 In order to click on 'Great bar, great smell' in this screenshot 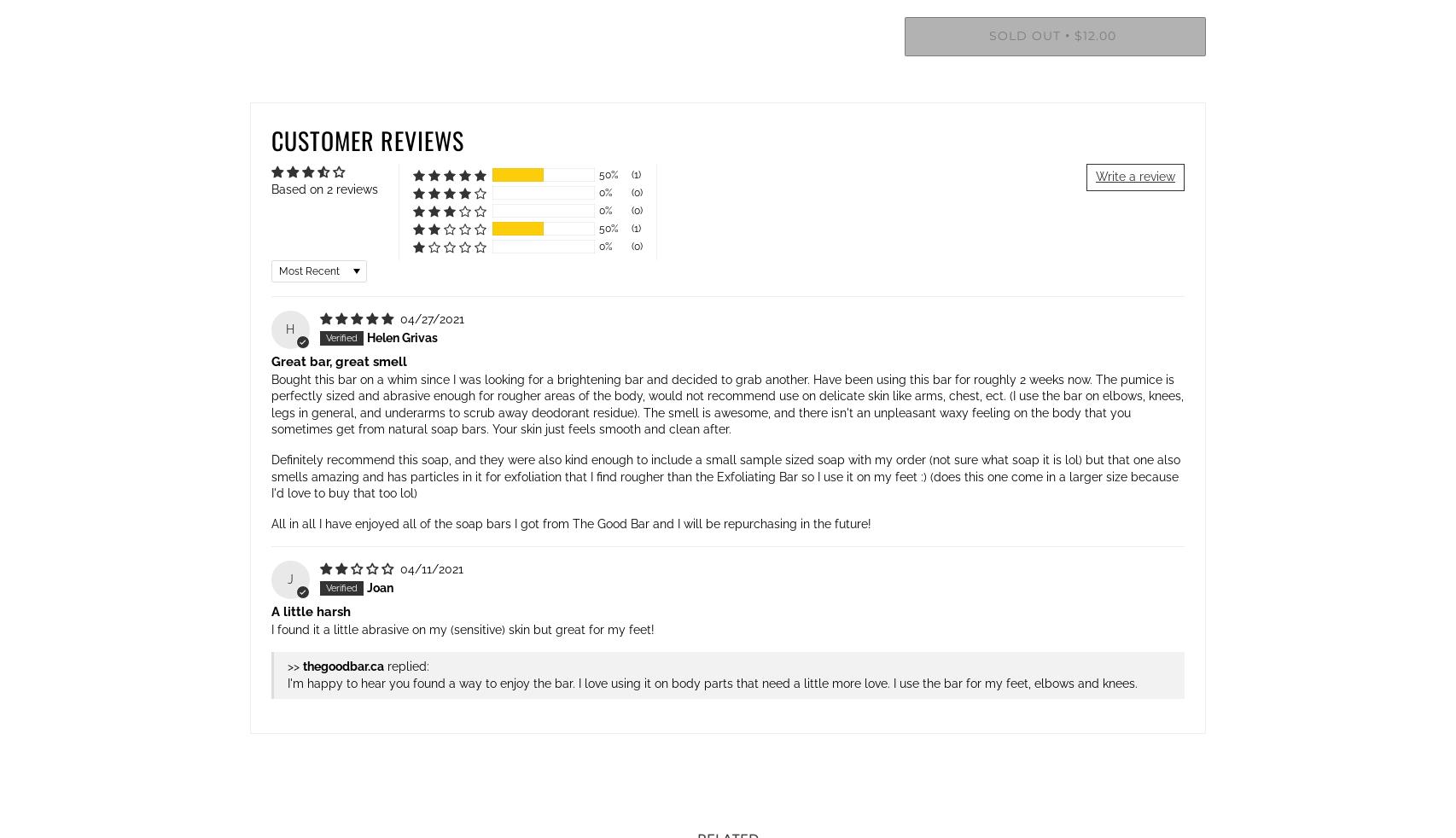, I will do `click(339, 362)`.